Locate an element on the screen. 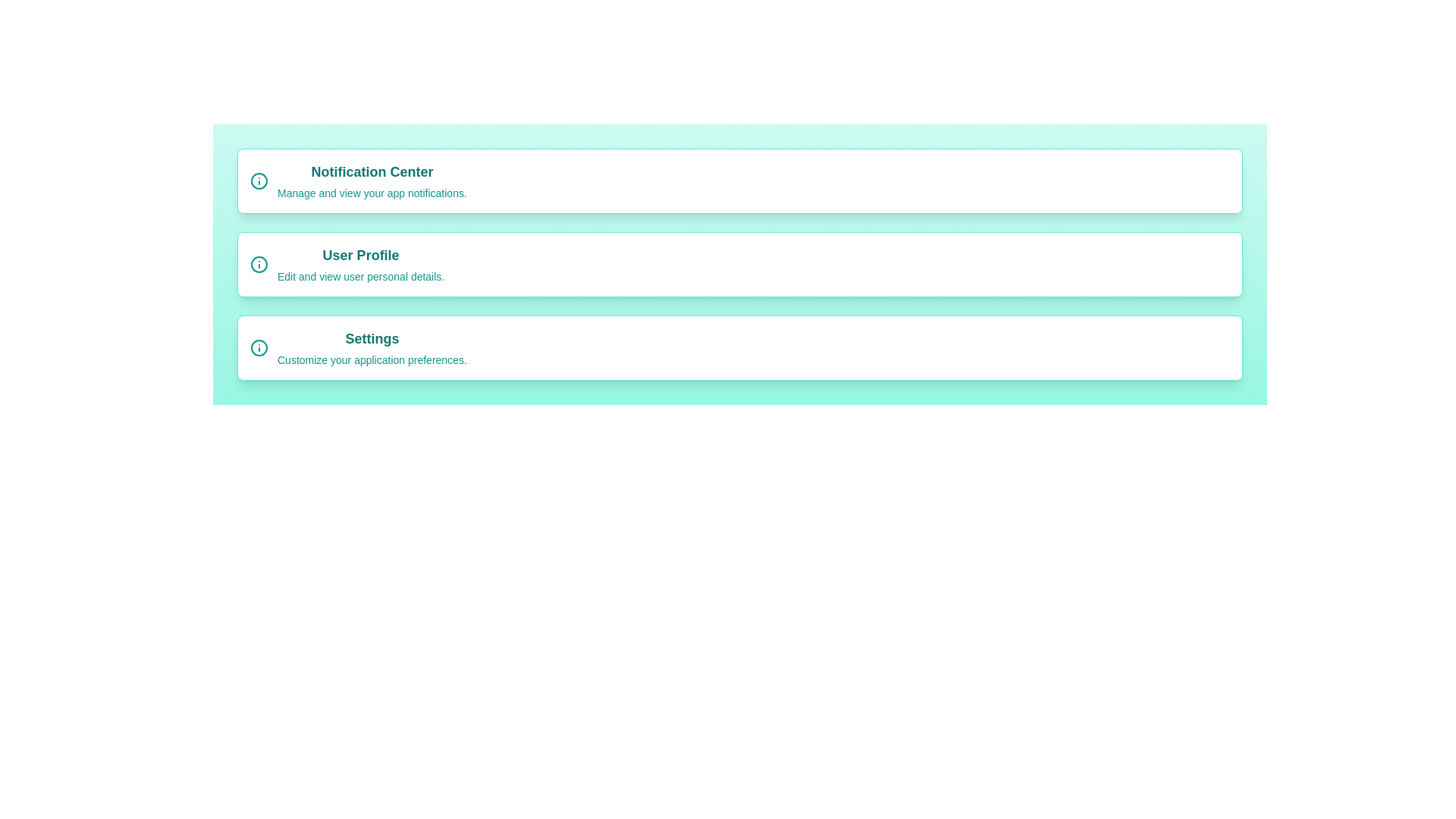 The image size is (1456, 819). the Text block that presents information about the user's profile options, located to the right of the teal informational icon in the second card of a three-card stack is located at coordinates (360, 263).